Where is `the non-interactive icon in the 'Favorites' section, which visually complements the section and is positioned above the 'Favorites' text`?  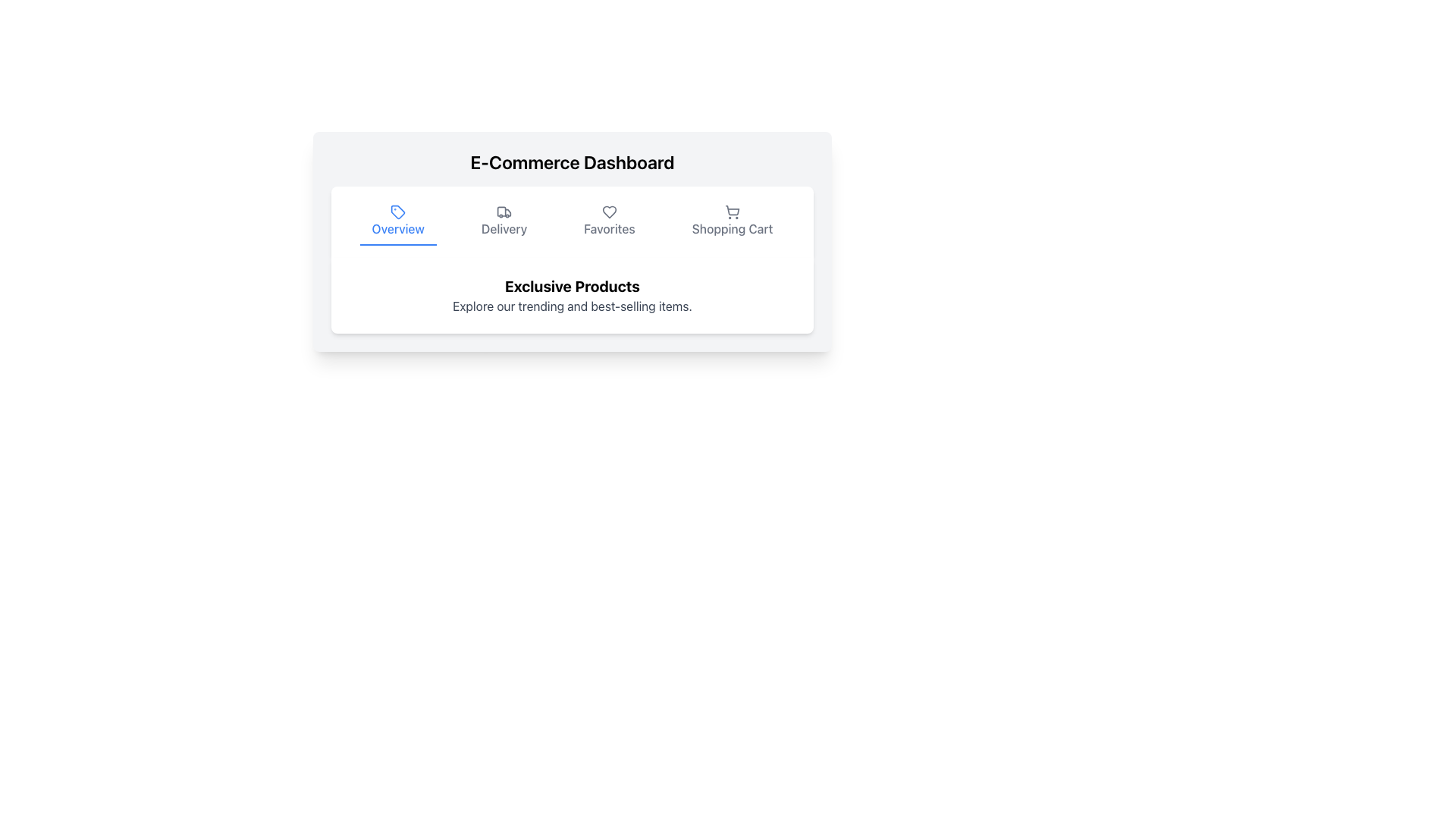
the non-interactive icon in the 'Favorites' section, which visually complements the section and is positioned above the 'Favorites' text is located at coordinates (609, 212).